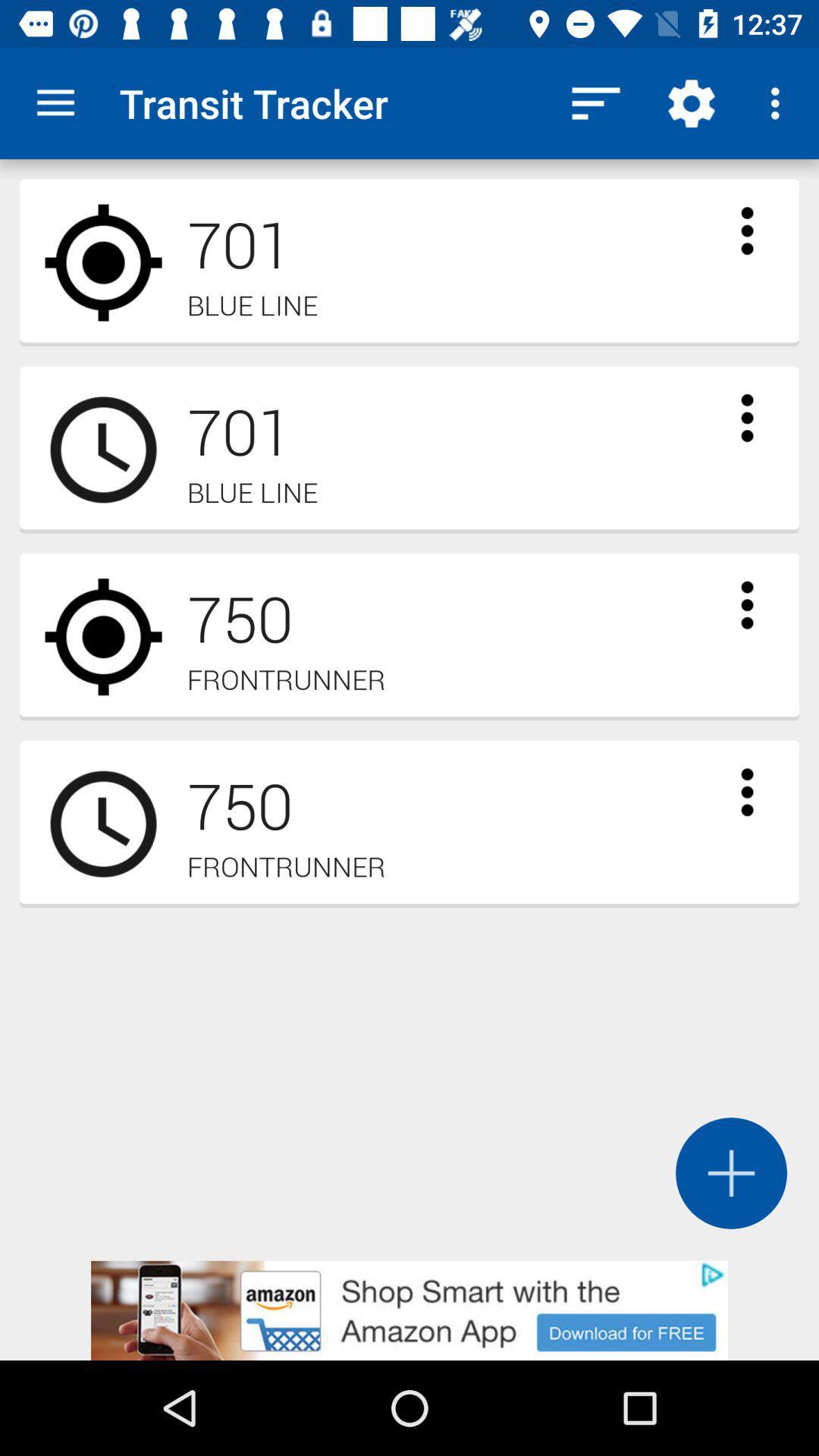 Image resolution: width=819 pixels, height=1456 pixels. Describe the element at coordinates (746, 791) in the screenshot. I see `brings up options` at that location.